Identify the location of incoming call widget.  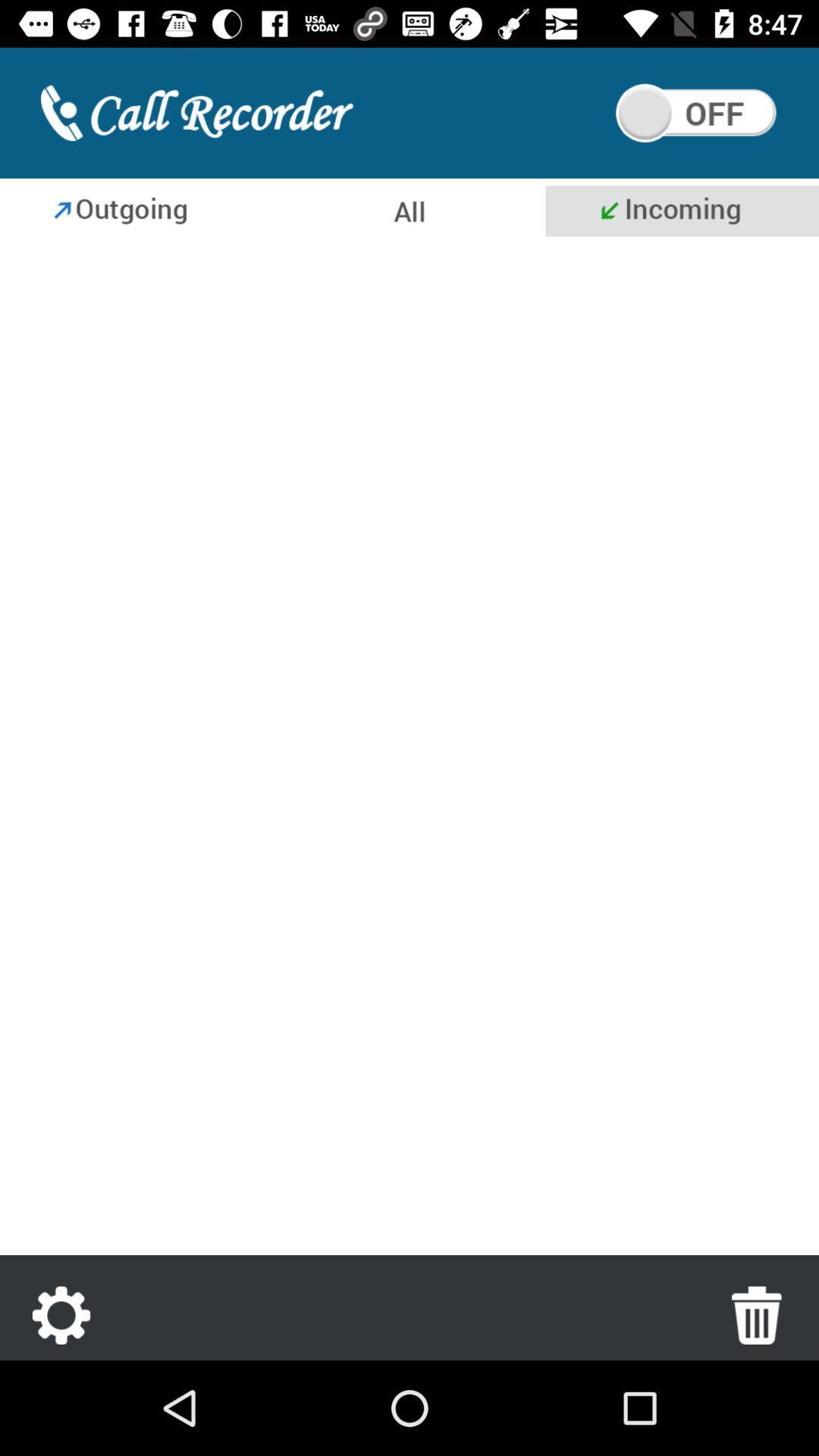
(681, 210).